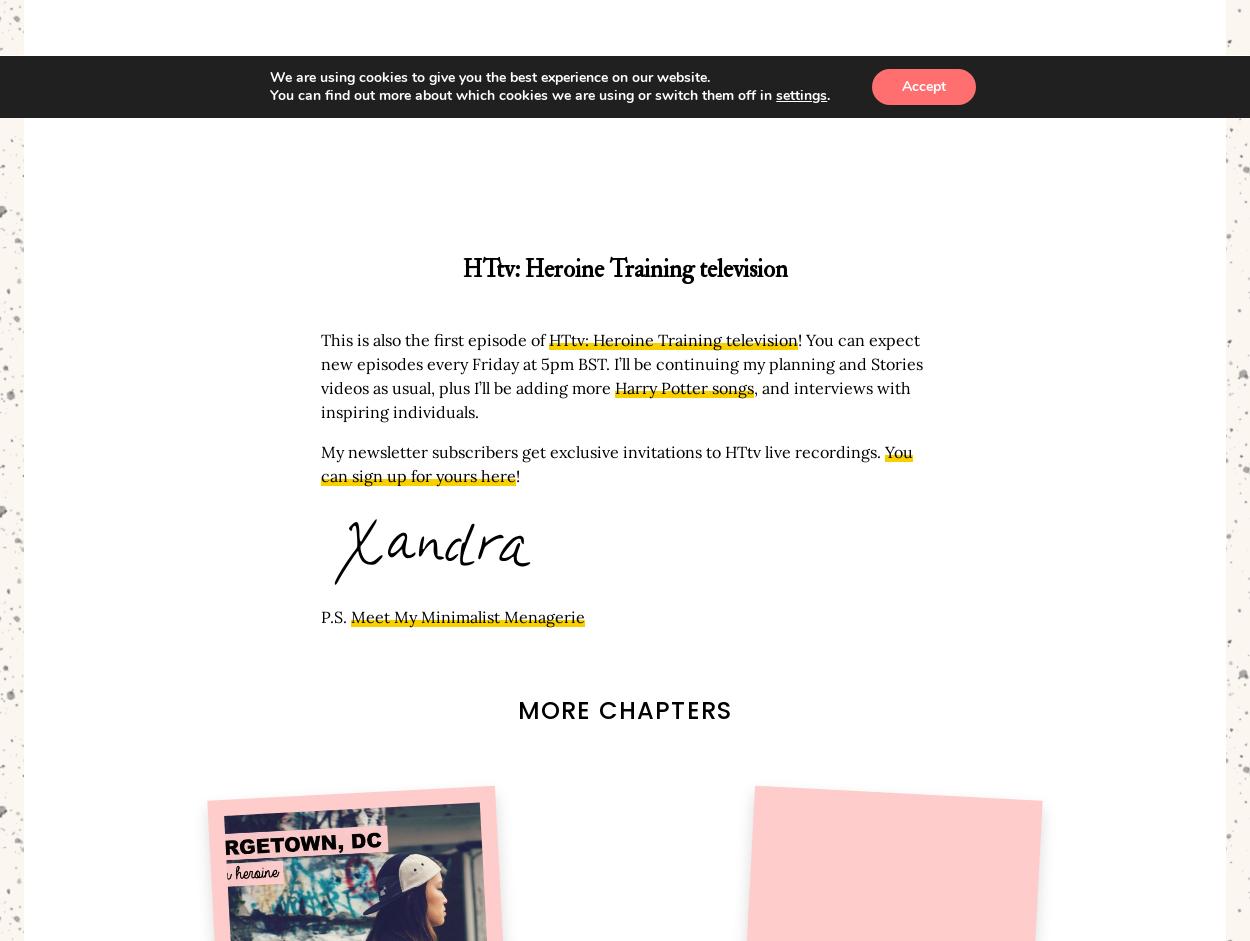 This screenshot has width=1250, height=941. I want to click on 'We are using cookies to give you the best experience on our website.', so click(270, 76).